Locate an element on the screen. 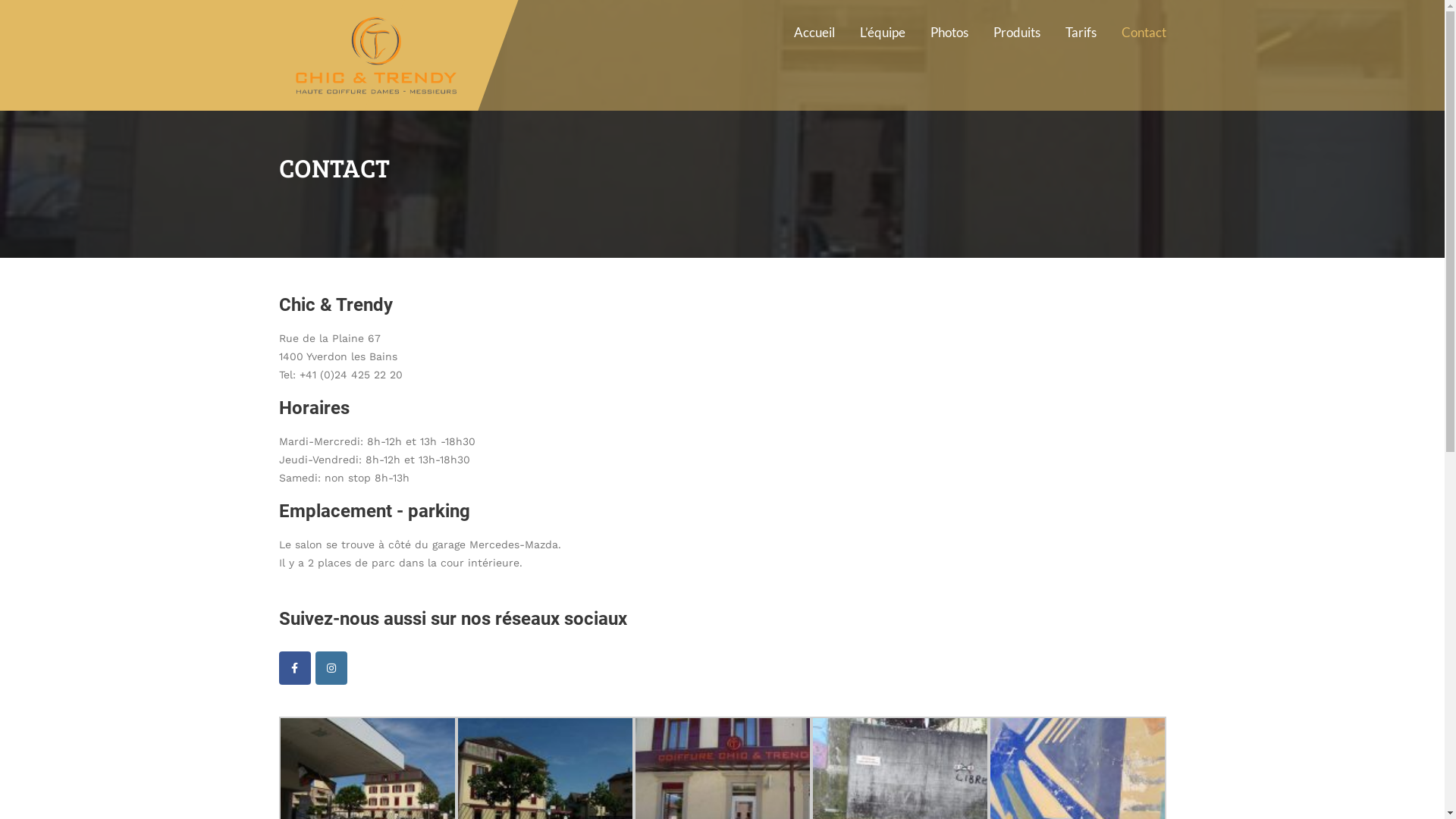 Image resolution: width=1456 pixels, height=819 pixels. 'Tarifs' is located at coordinates (1053, 32).